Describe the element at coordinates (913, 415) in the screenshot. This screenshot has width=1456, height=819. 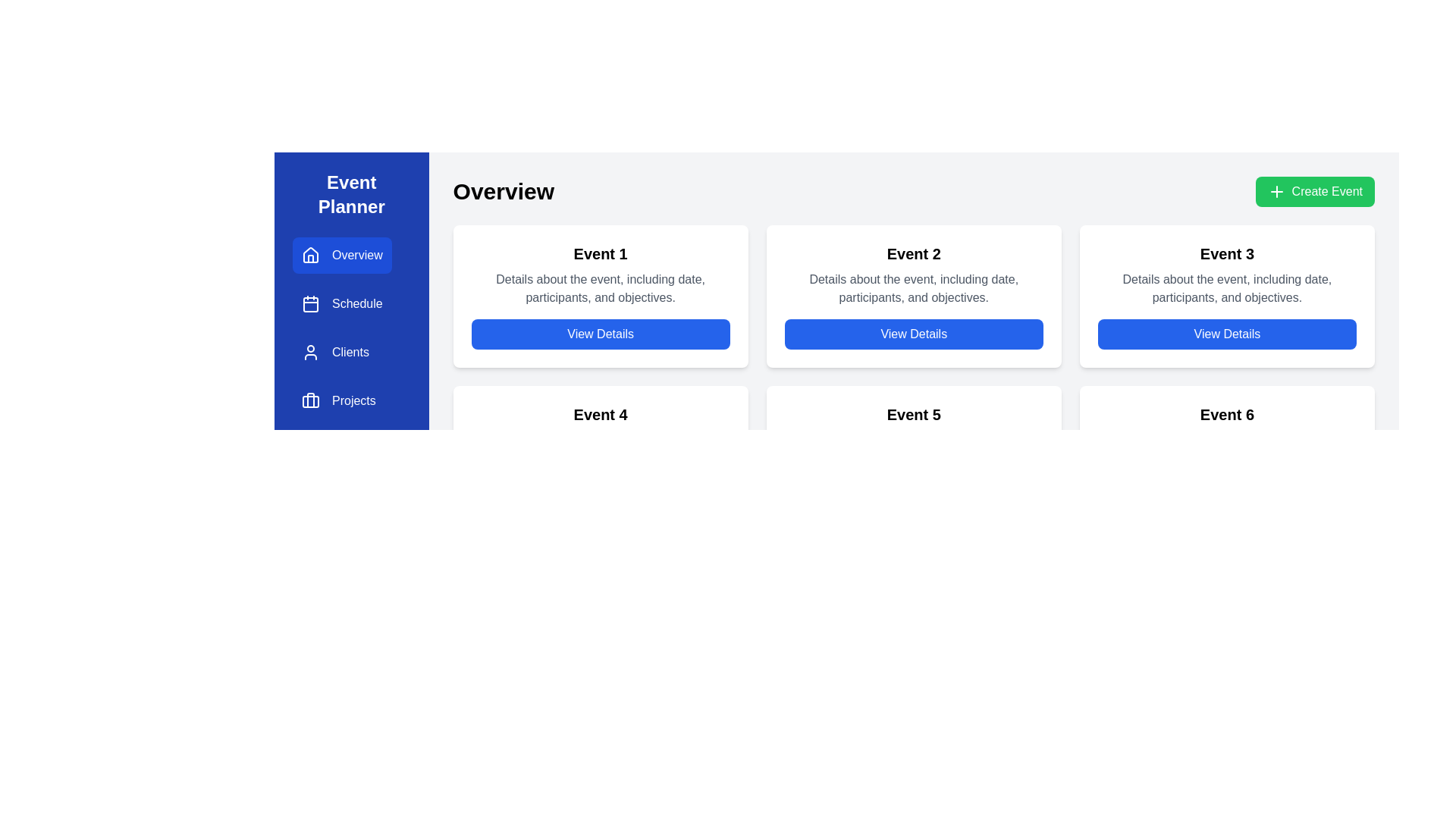
I see `the title text label for 'Event 5' located in the second row and third column of the event card grid` at that location.